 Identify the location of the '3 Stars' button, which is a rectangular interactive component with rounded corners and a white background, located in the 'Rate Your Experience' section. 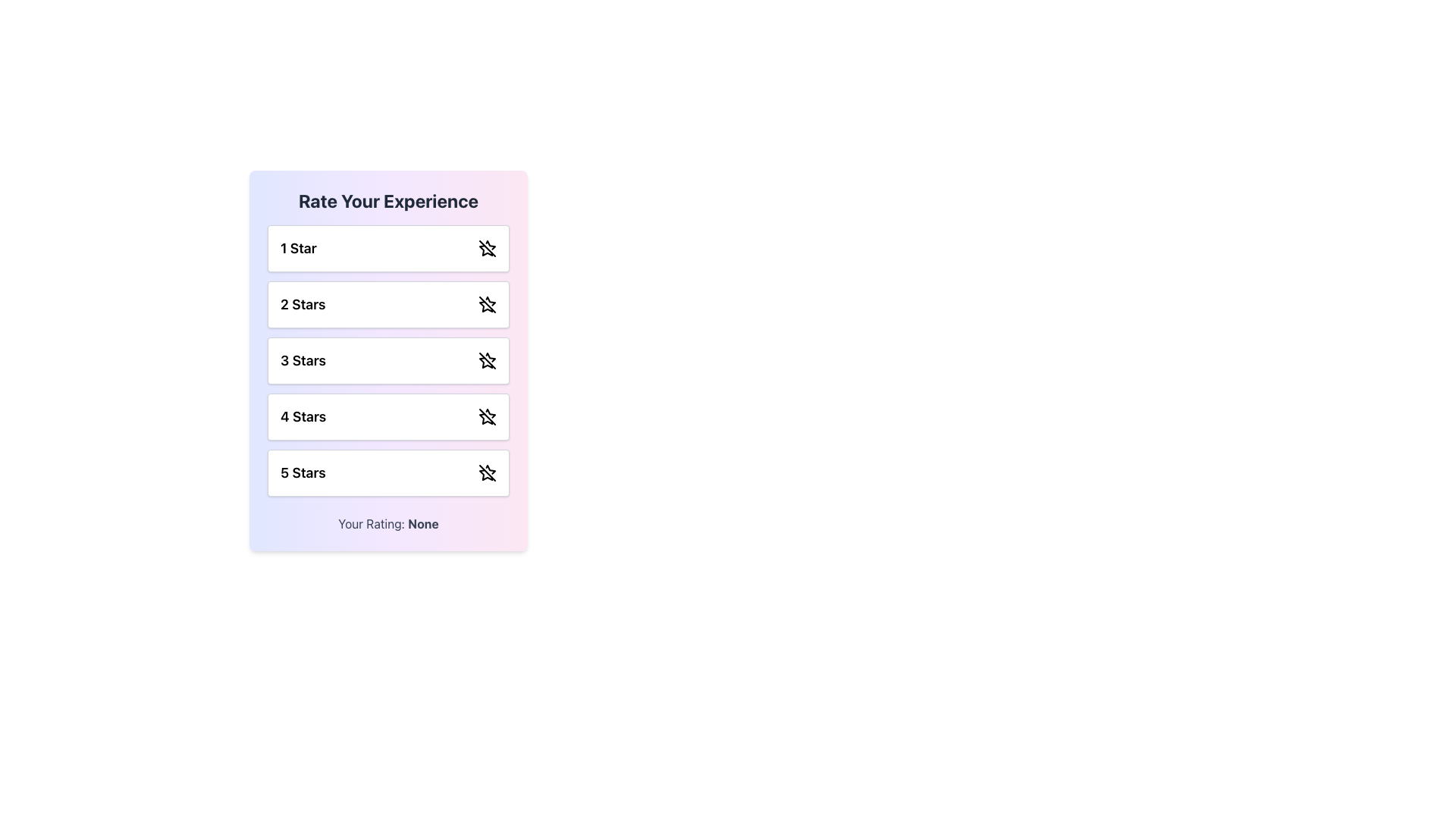
(388, 360).